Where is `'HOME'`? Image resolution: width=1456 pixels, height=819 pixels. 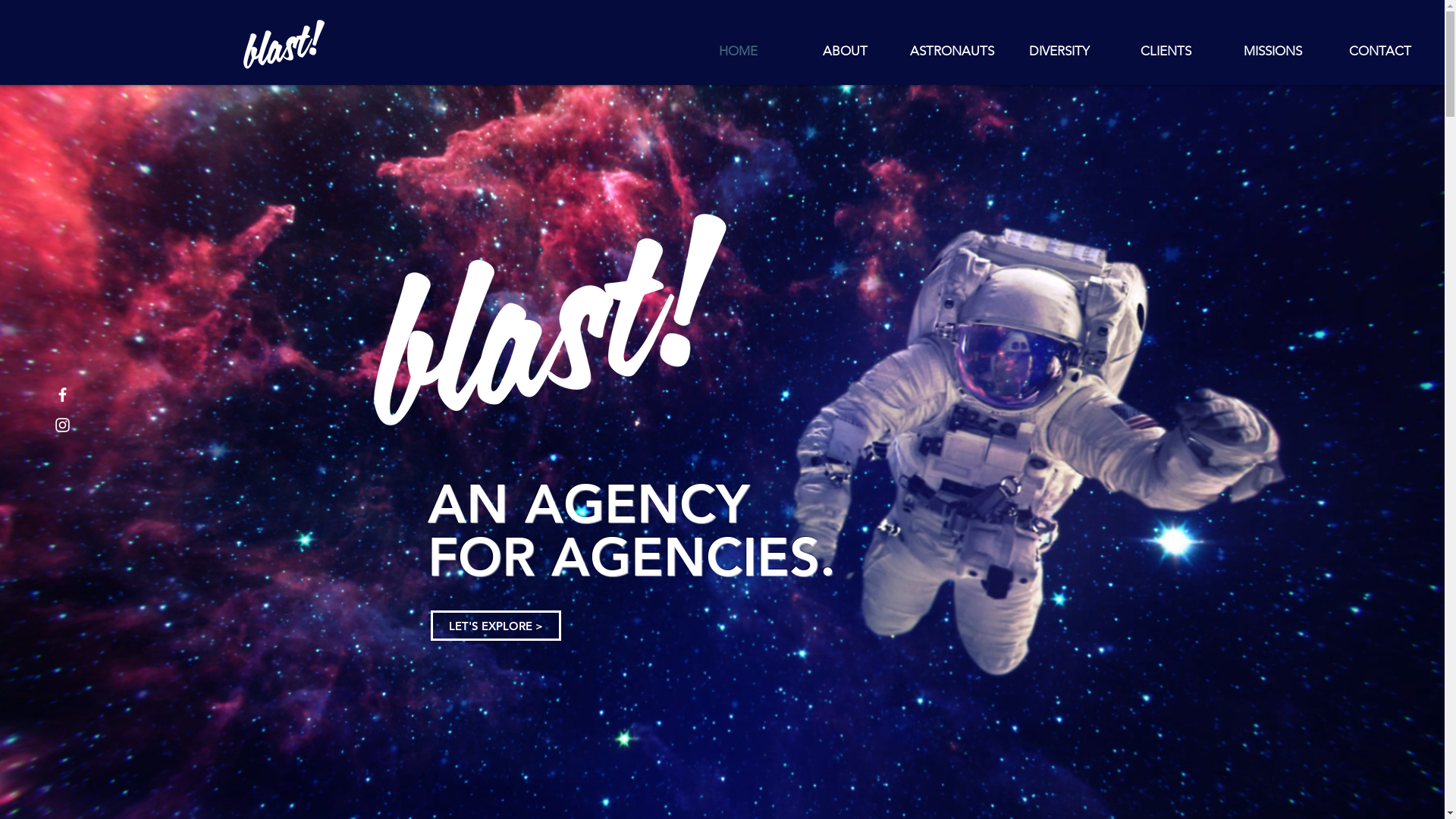
'HOME' is located at coordinates (683, 49).